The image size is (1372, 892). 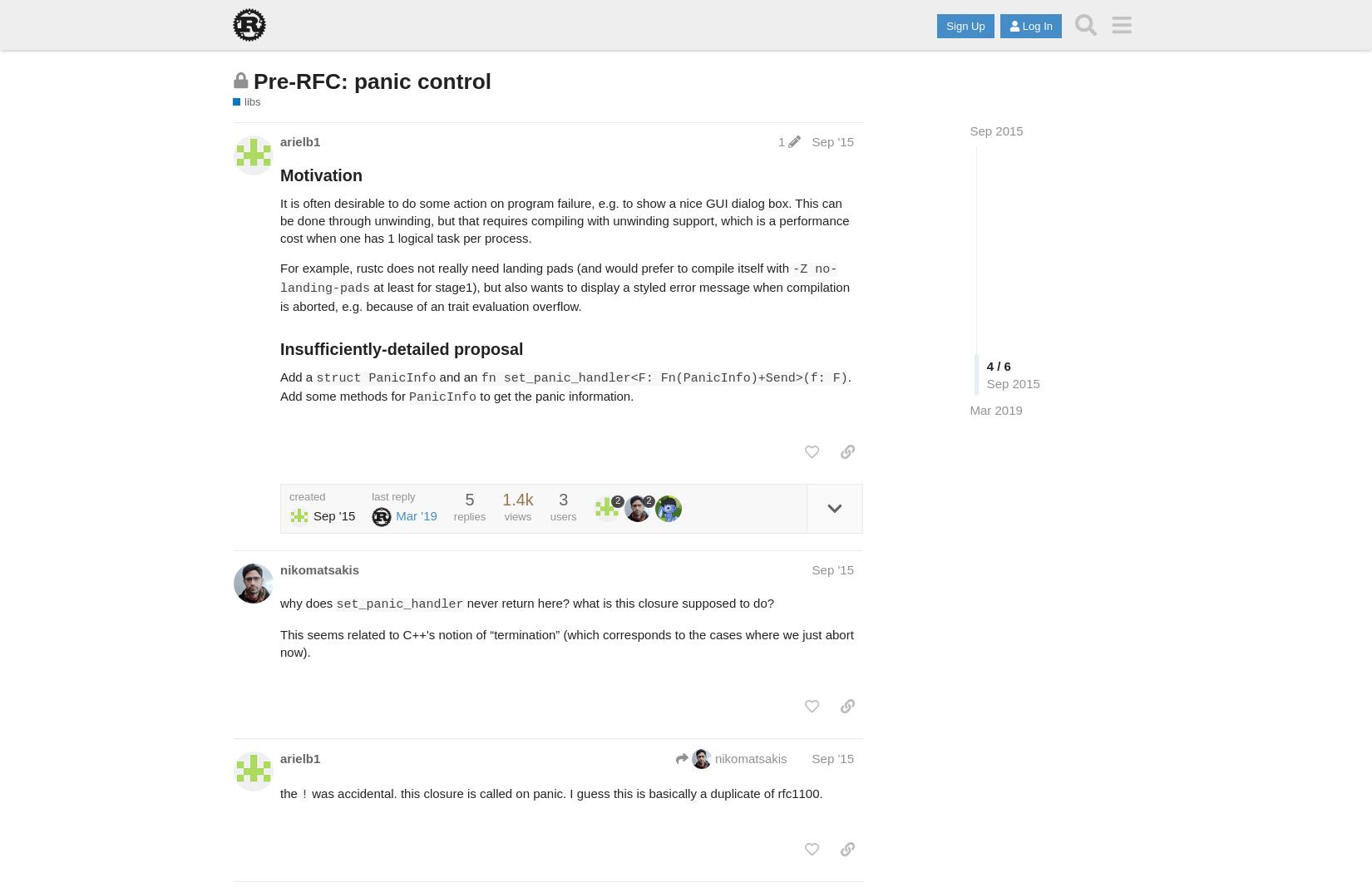 What do you see at coordinates (564, 385) in the screenshot?
I see `'. Add some methods for'` at bounding box center [564, 385].